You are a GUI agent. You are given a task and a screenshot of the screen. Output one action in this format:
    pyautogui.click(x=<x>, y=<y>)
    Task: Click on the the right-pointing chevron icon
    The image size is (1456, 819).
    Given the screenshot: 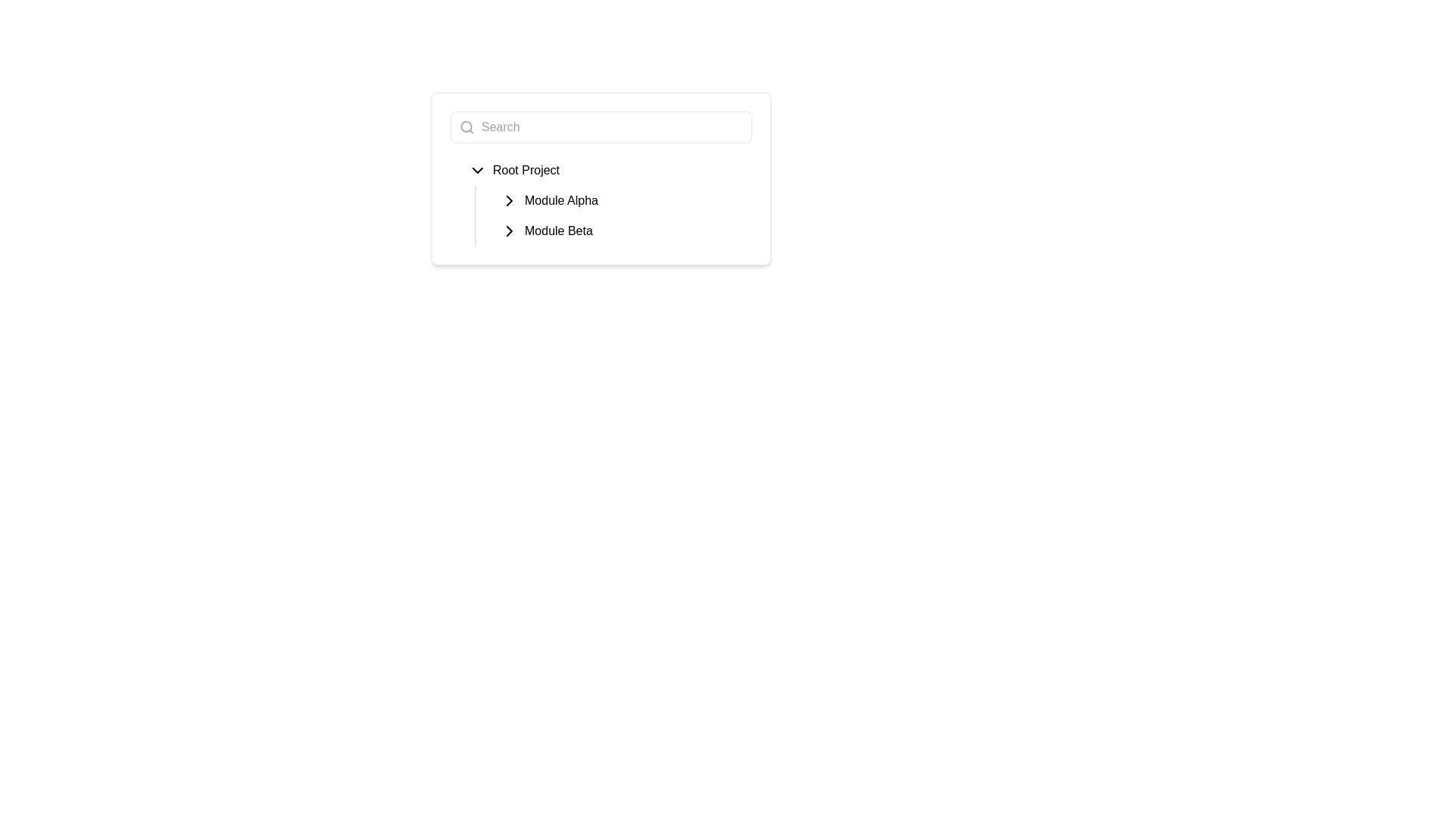 What is the action you would take?
    pyautogui.click(x=510, y=231)
    